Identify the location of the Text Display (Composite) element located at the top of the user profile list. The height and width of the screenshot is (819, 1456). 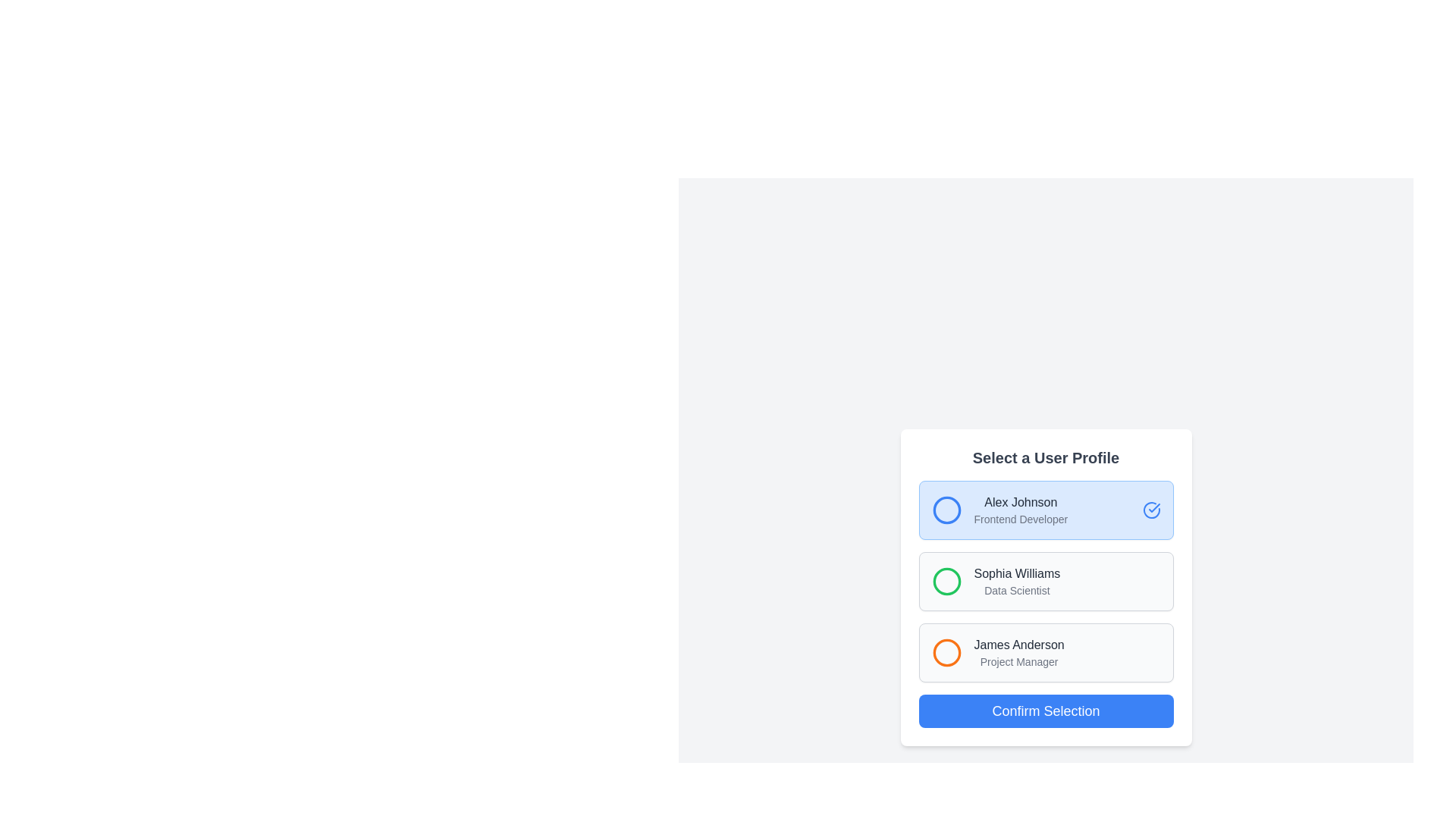
(1021, 510).